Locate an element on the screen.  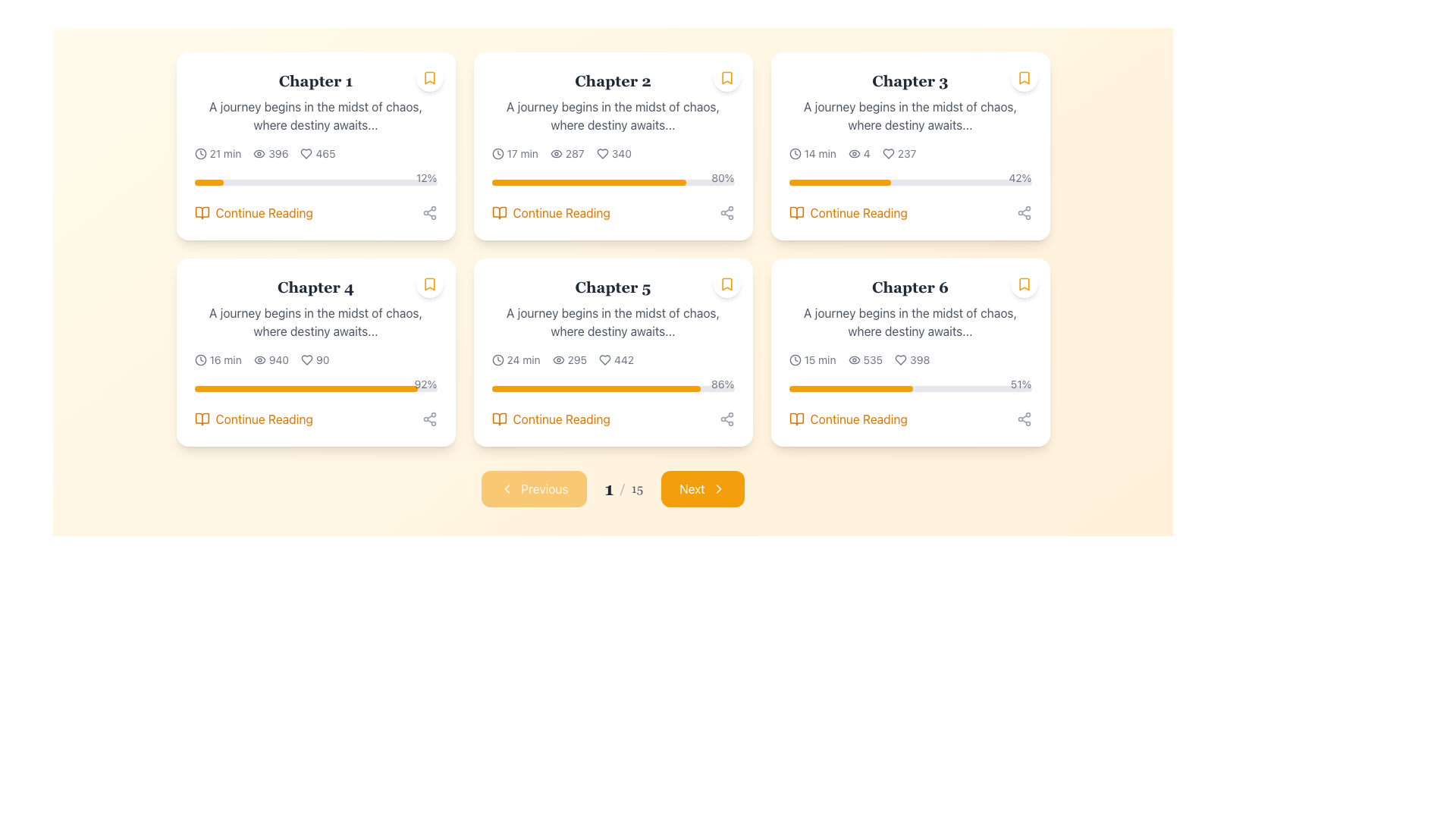
the Interactive share button icon located in the bottom right corner of the 'Chapter 1' card is located at coordinates (428, 419).